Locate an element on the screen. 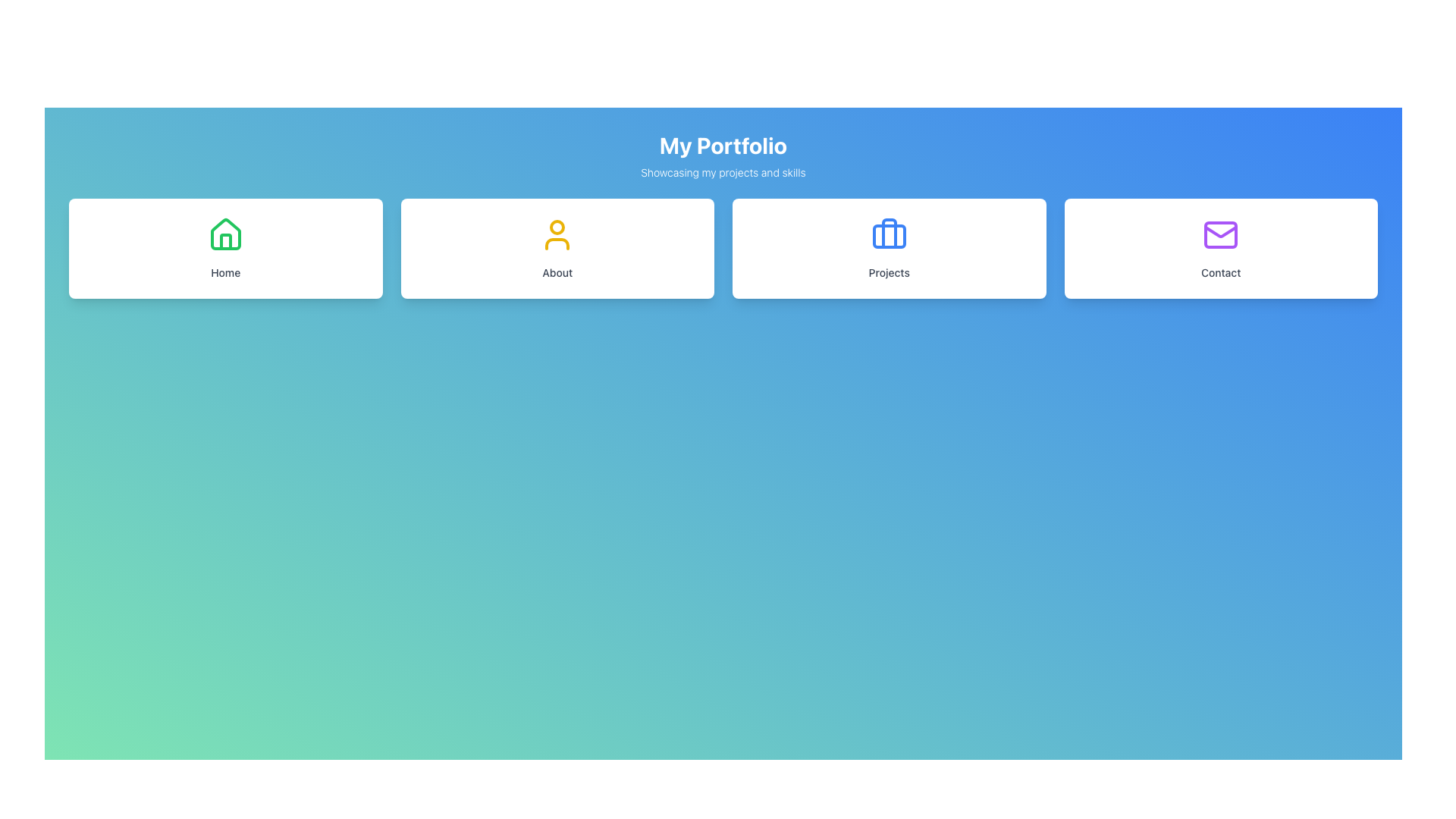  the 'Contact' text label, which is styled with a gray font that transitions to purple on hover and is located at the bottom-center of a card in a grid layout is located at coordinates (1221, 271).